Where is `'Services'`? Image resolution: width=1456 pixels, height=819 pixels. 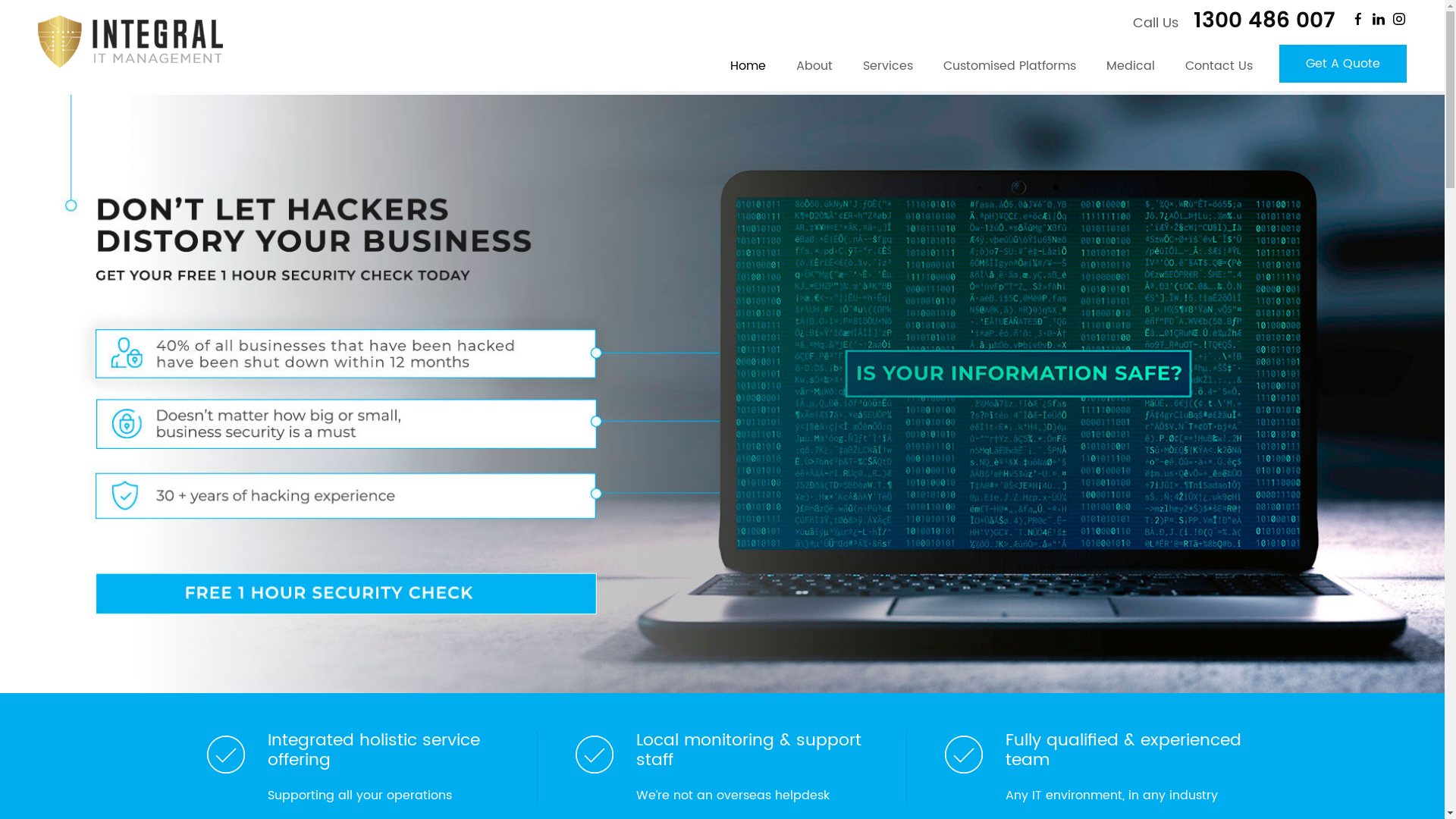
'Services' is located at coordinates (888, 70).